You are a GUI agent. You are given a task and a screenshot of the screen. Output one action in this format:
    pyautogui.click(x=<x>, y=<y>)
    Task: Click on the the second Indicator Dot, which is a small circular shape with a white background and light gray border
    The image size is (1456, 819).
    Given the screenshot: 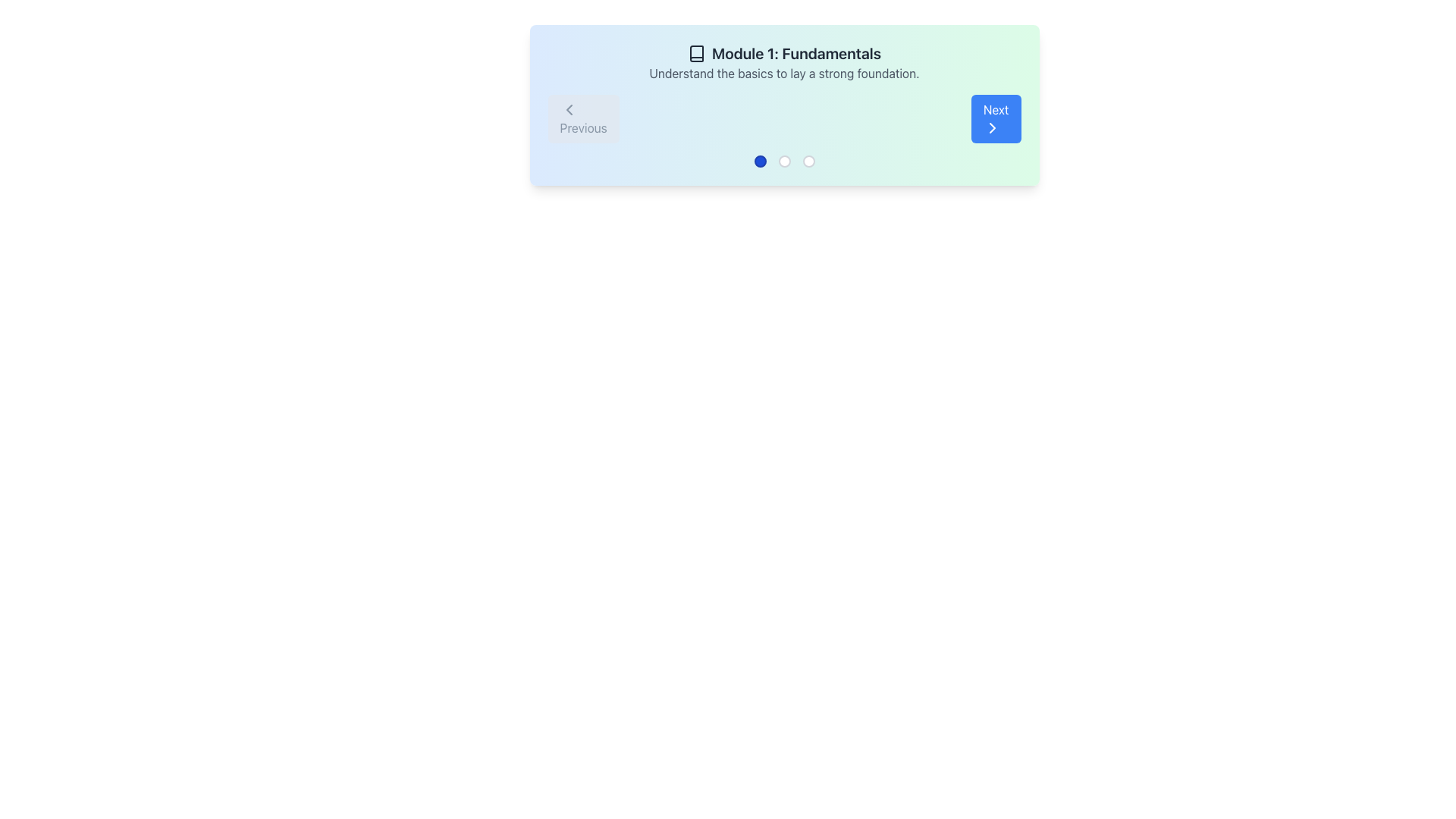 What is the action you would take?
    pyautogui.click(x=784, y=161)
    